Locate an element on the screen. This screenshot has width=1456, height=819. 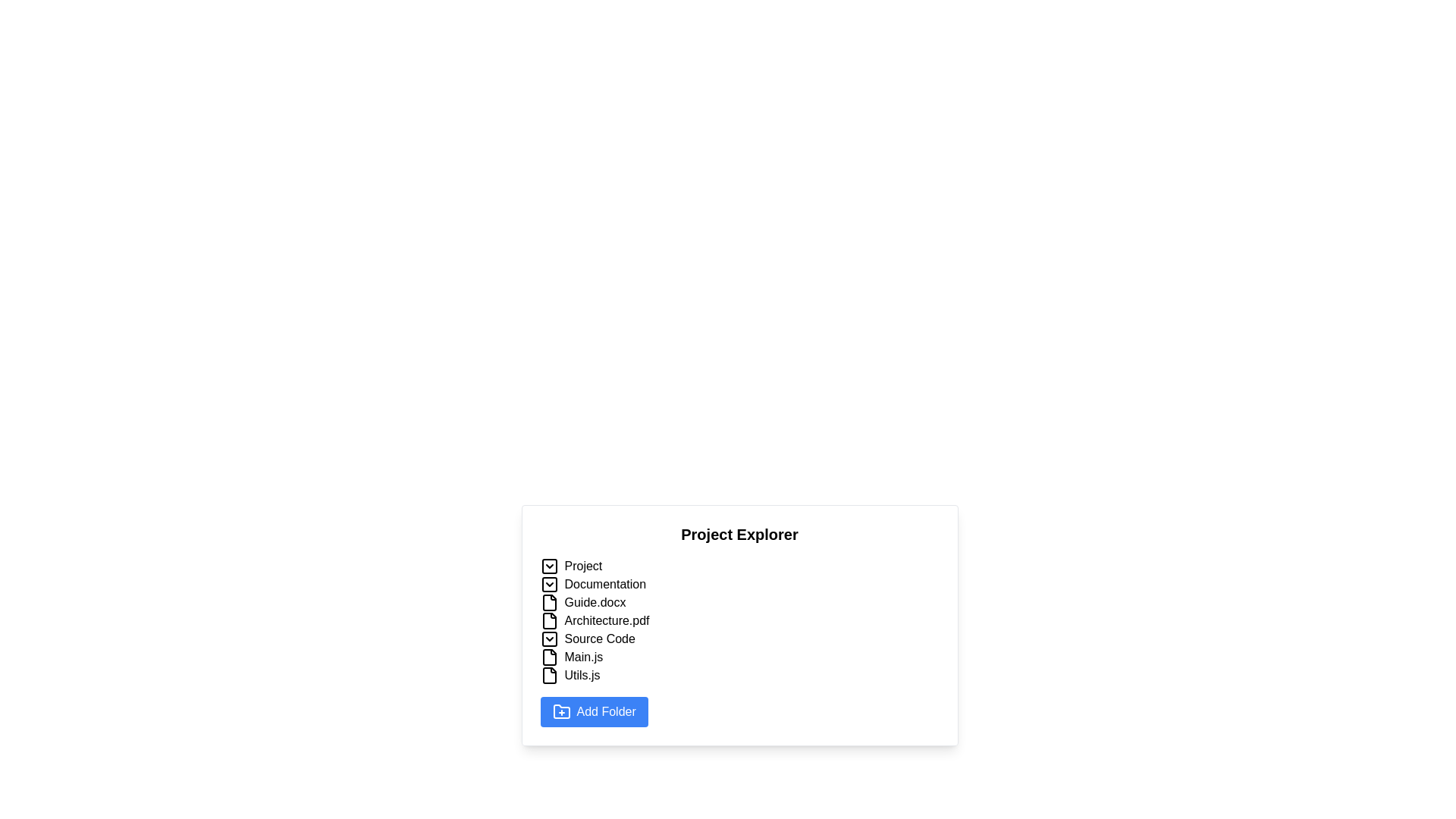
the downward-facing chevron icon button, which is enclosed within a square with rounded corners is located at coordinates (548, 566).